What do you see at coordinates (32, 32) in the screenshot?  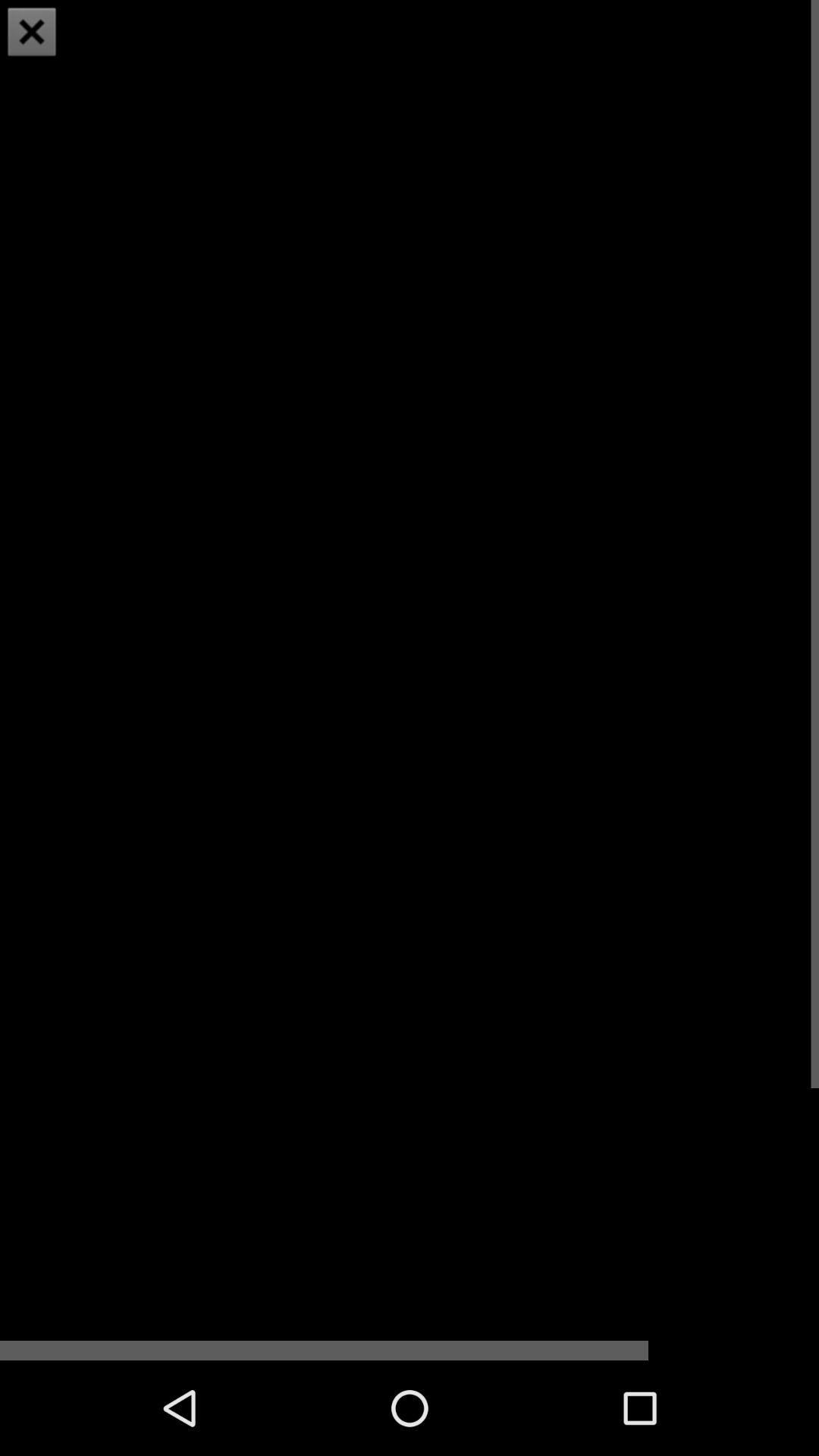 I see `item at the top left corner` at bounding box center [32, 32].